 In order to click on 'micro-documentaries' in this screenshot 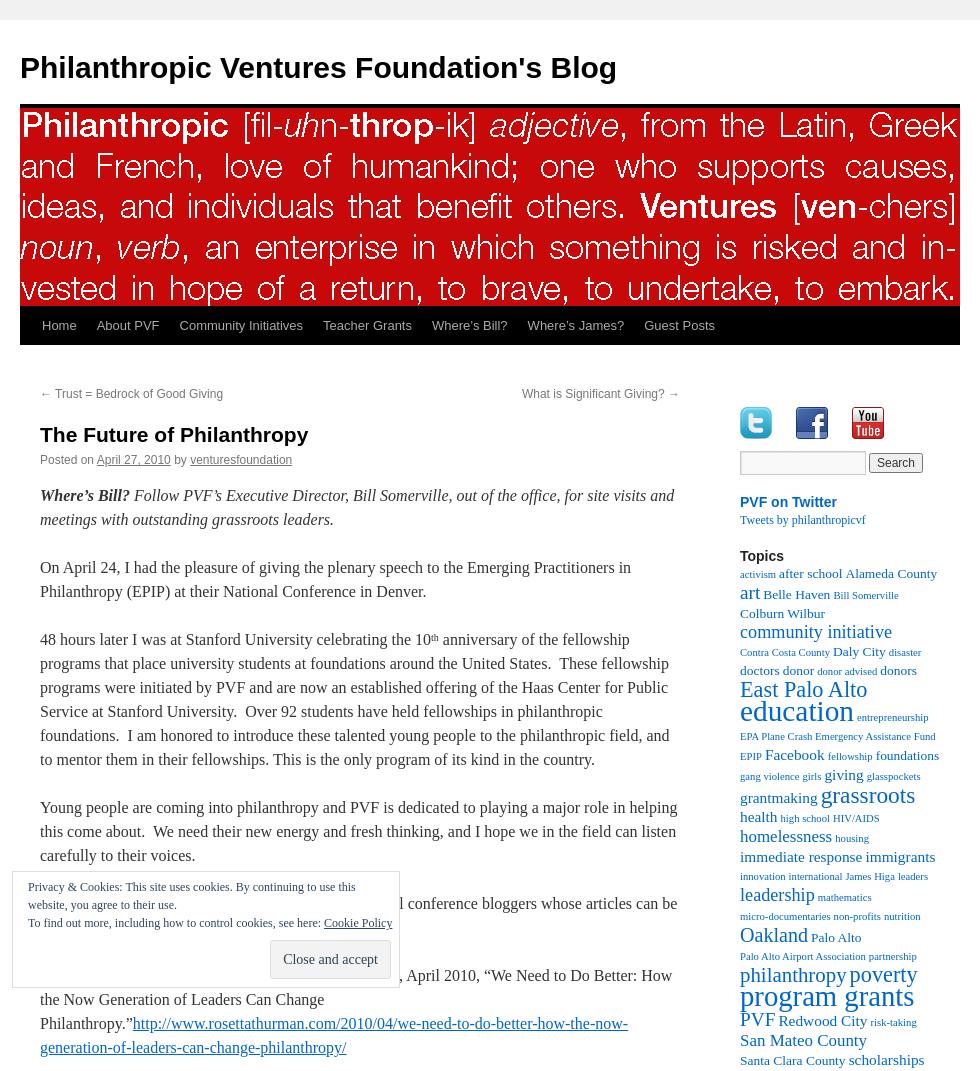, I will do `click(784, 916)`.